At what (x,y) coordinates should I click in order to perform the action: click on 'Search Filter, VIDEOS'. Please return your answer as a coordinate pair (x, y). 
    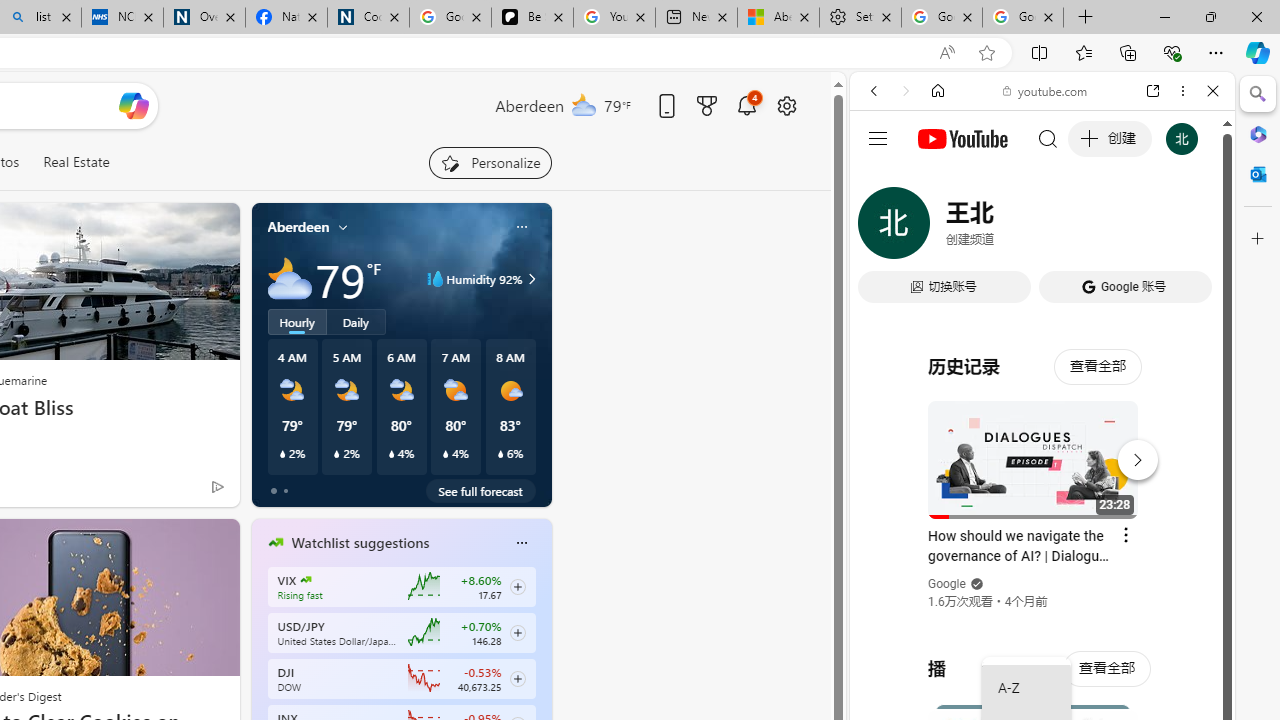
    Looking at the image, I should click on (1006, 227).